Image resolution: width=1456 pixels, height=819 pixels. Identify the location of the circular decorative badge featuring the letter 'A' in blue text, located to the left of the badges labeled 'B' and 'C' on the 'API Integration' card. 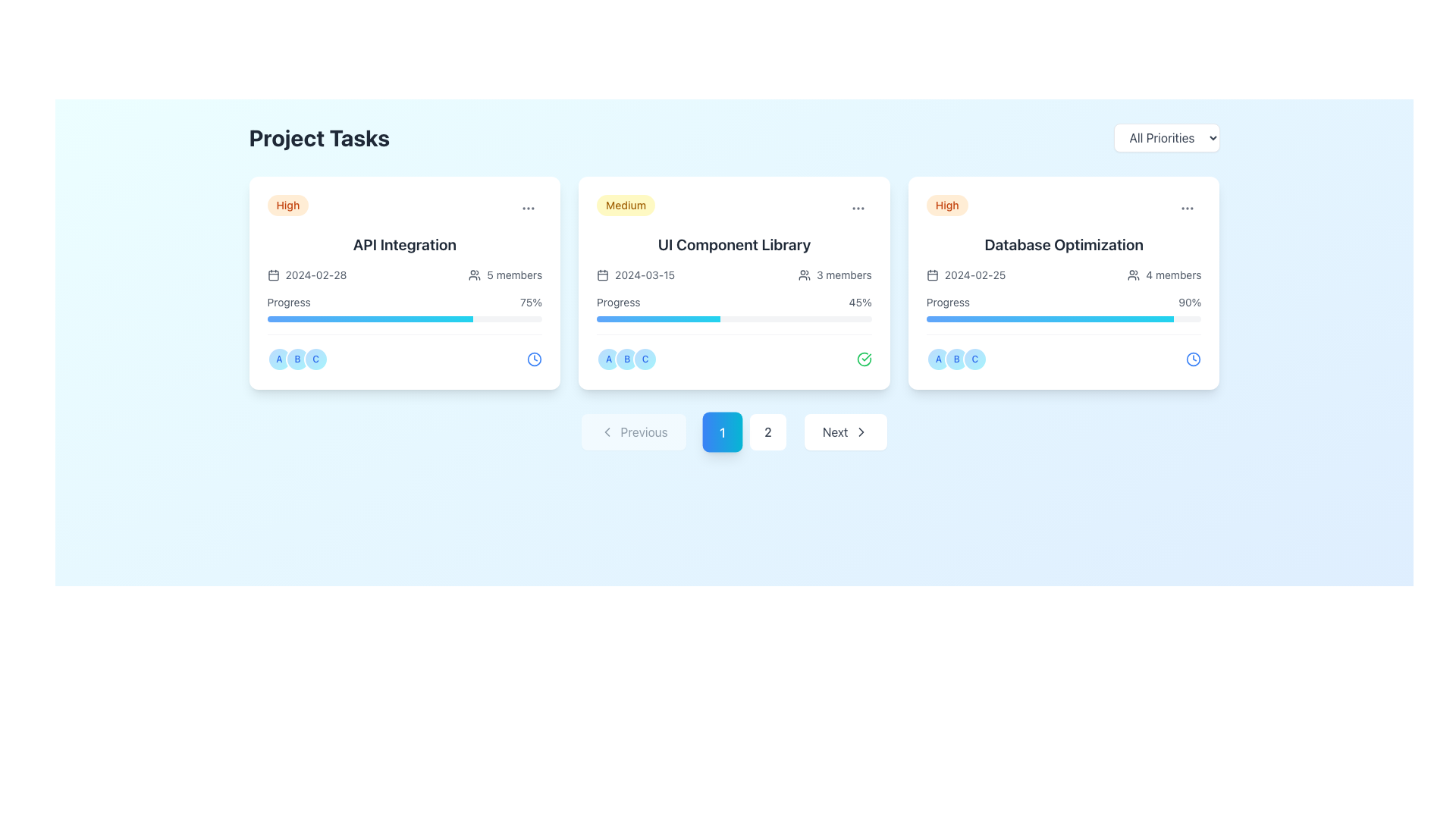
(279, 359).